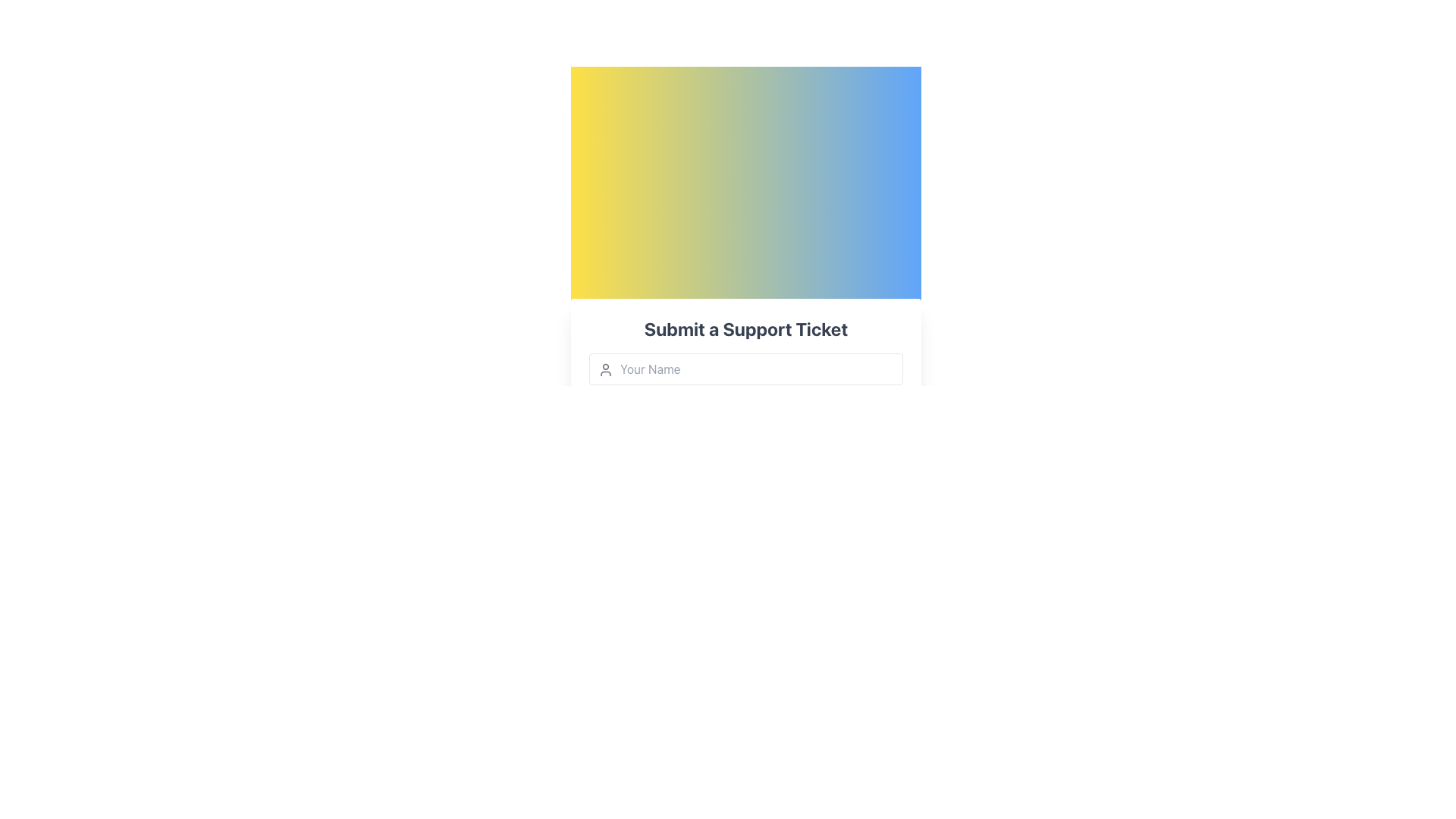 This screenshot has height=819, width=1456. I want to click on the user-related context SVG icon located to the left of the 'Your Name' input field by moving the cursor to its center point, so click(604, 370).